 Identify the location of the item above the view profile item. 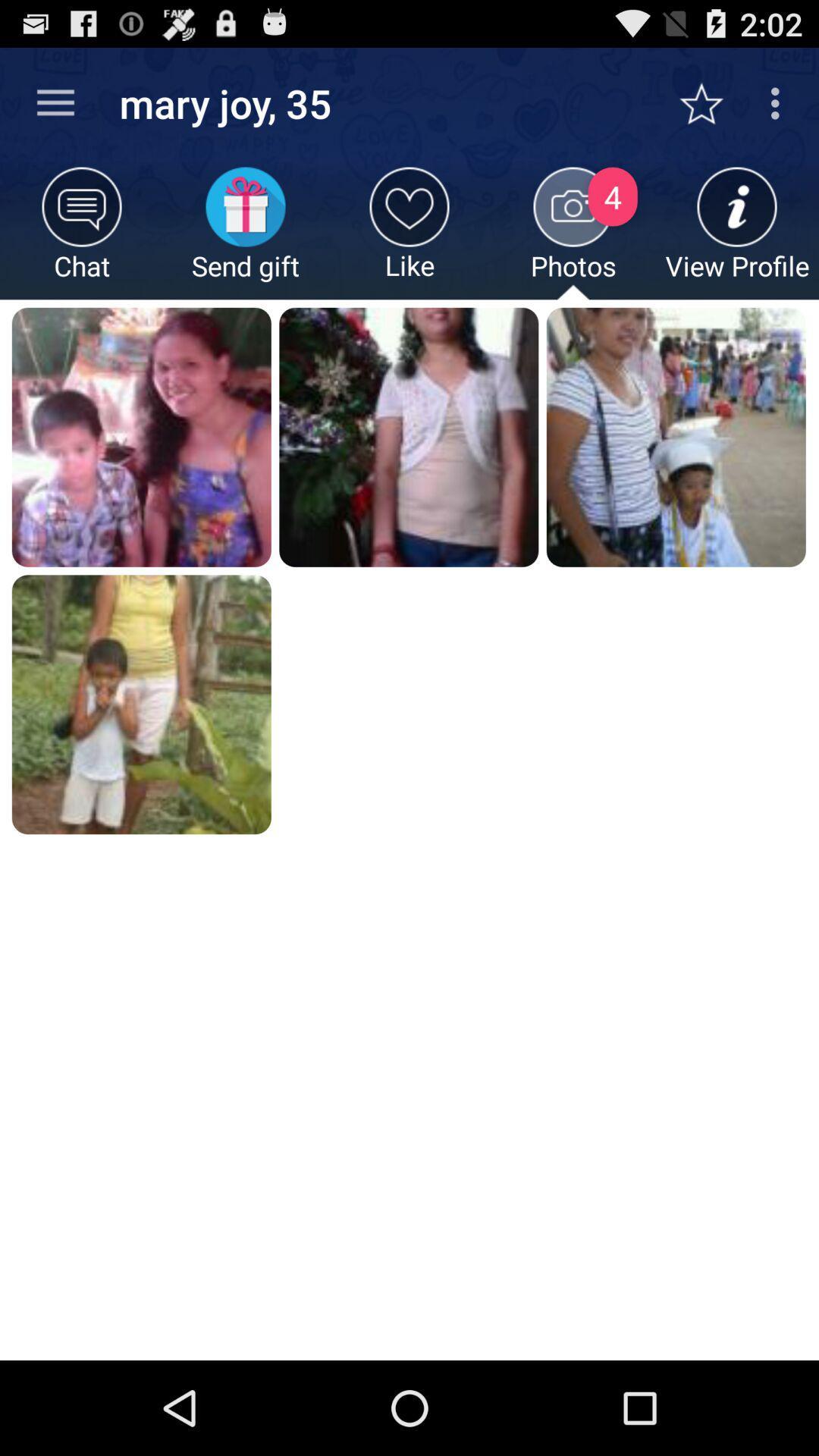
(709, 102).